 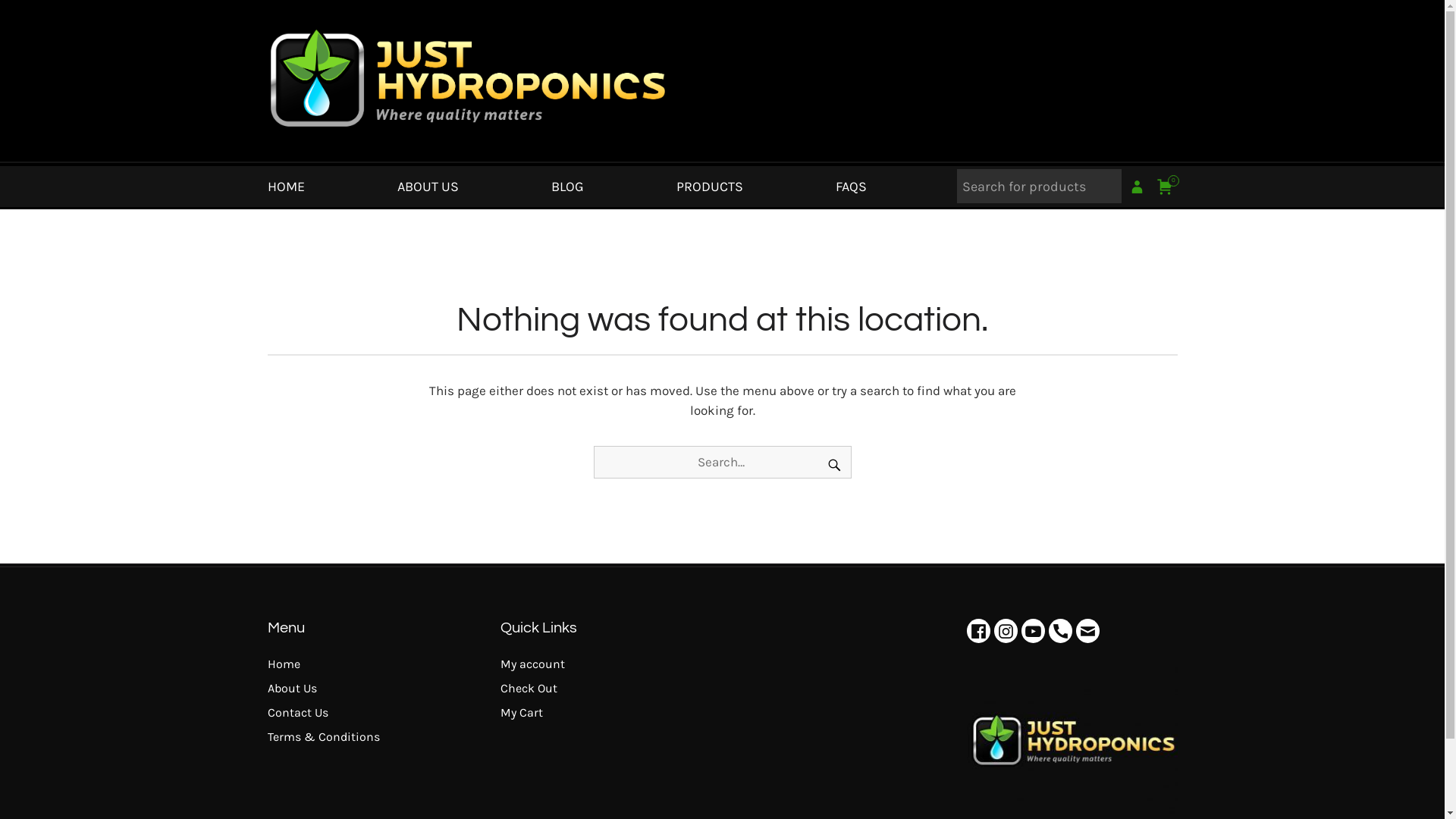 What do you see at coordinates (709, 186) in the screenshot?
I see `'PRODUCTS'` at bounding box center [709, 186].